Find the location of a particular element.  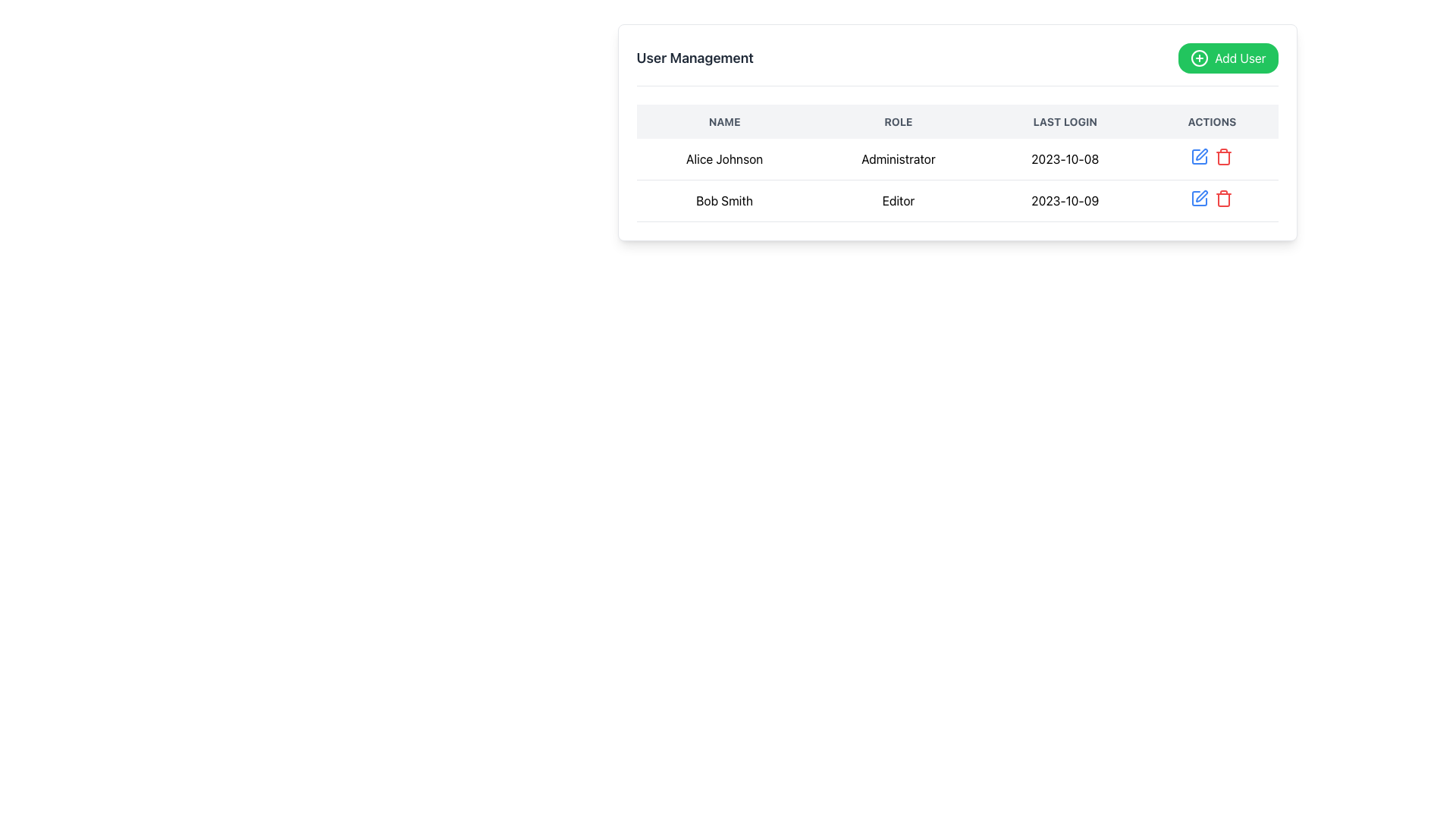

the text label displaying the user's name 'Bob Smith' in the second row of the user management table under the 'NAME' column is located at coordinates (723, 200).